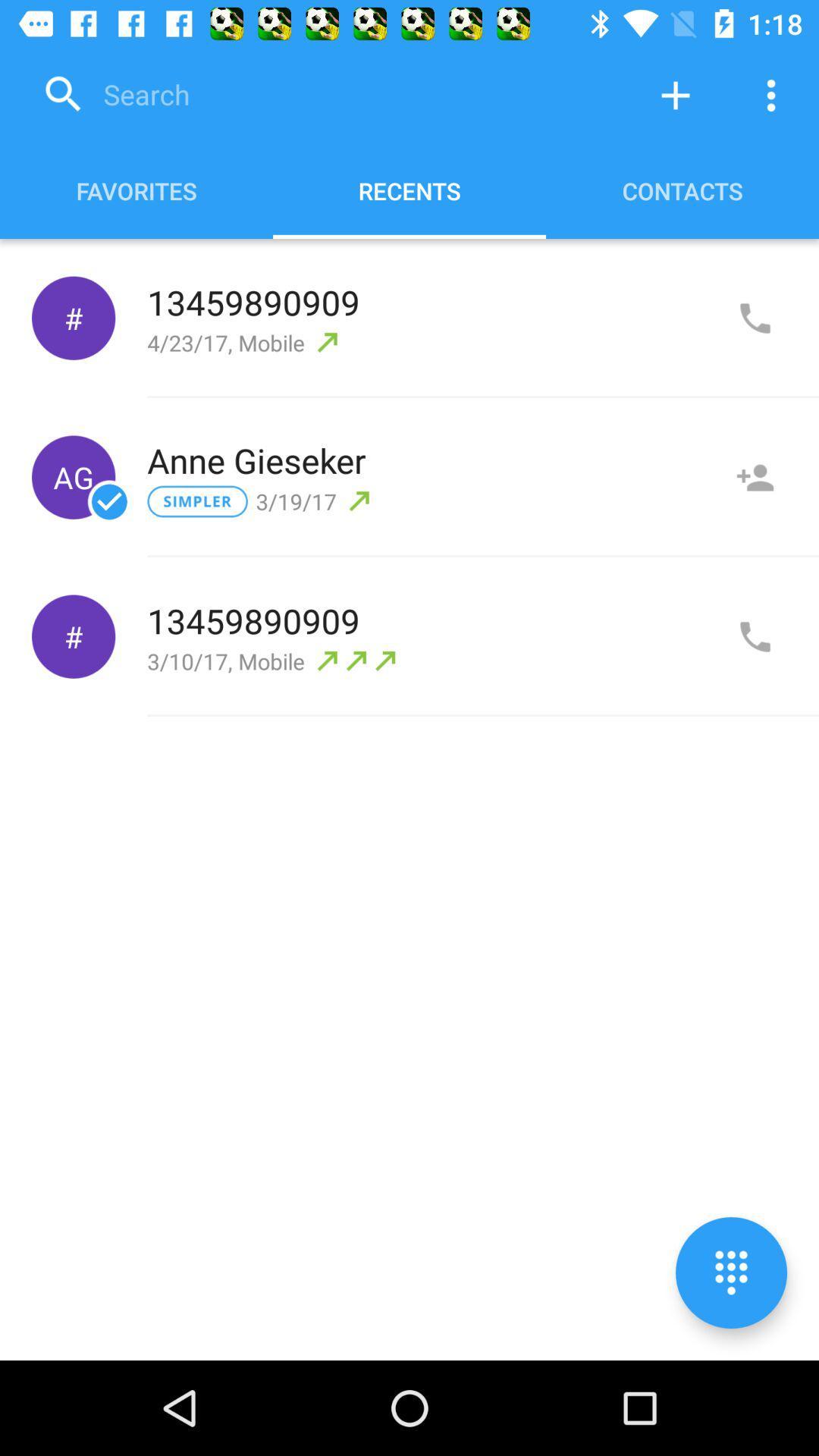 This screenshot has height=1456, width=819. I want to click on shows plus icon, so click(675, 94).